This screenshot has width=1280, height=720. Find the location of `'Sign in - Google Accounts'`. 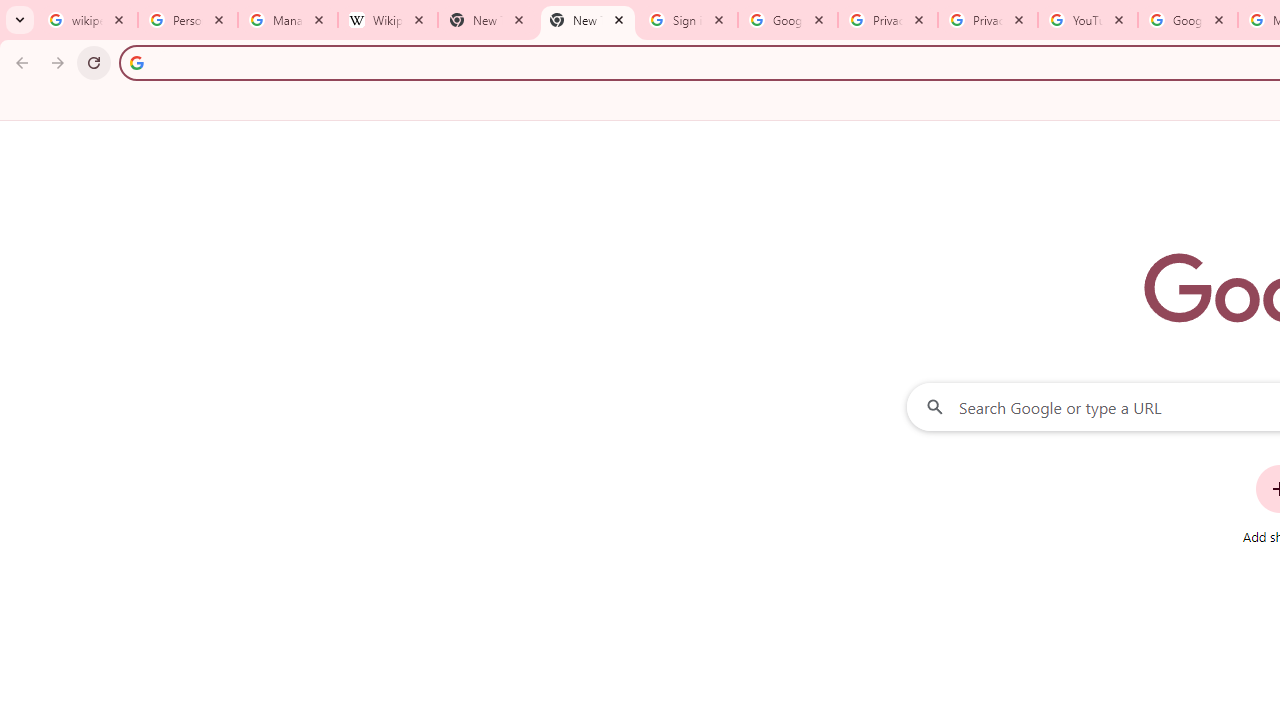

'Sign in - Google Accounts' is located at coordinates (688, 20).